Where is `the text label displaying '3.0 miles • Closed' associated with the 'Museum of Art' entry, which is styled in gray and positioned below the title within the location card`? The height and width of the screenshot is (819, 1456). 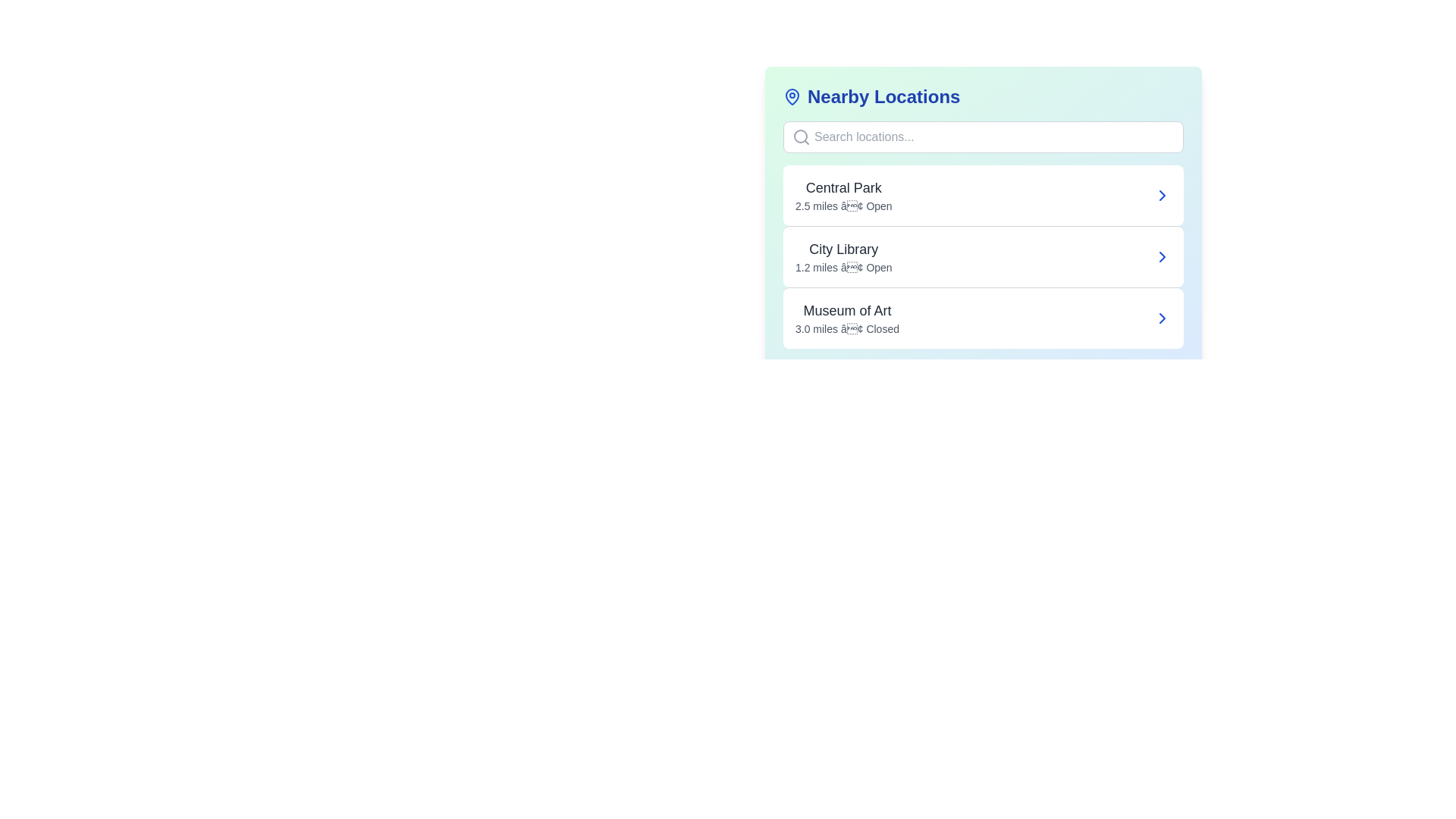 the text label displaying '3.0 miles • Closed' associated with the 'Museum of Art' entry, which is styled in gray and positioned below the title within the location card is located at coordinates (846, 328).